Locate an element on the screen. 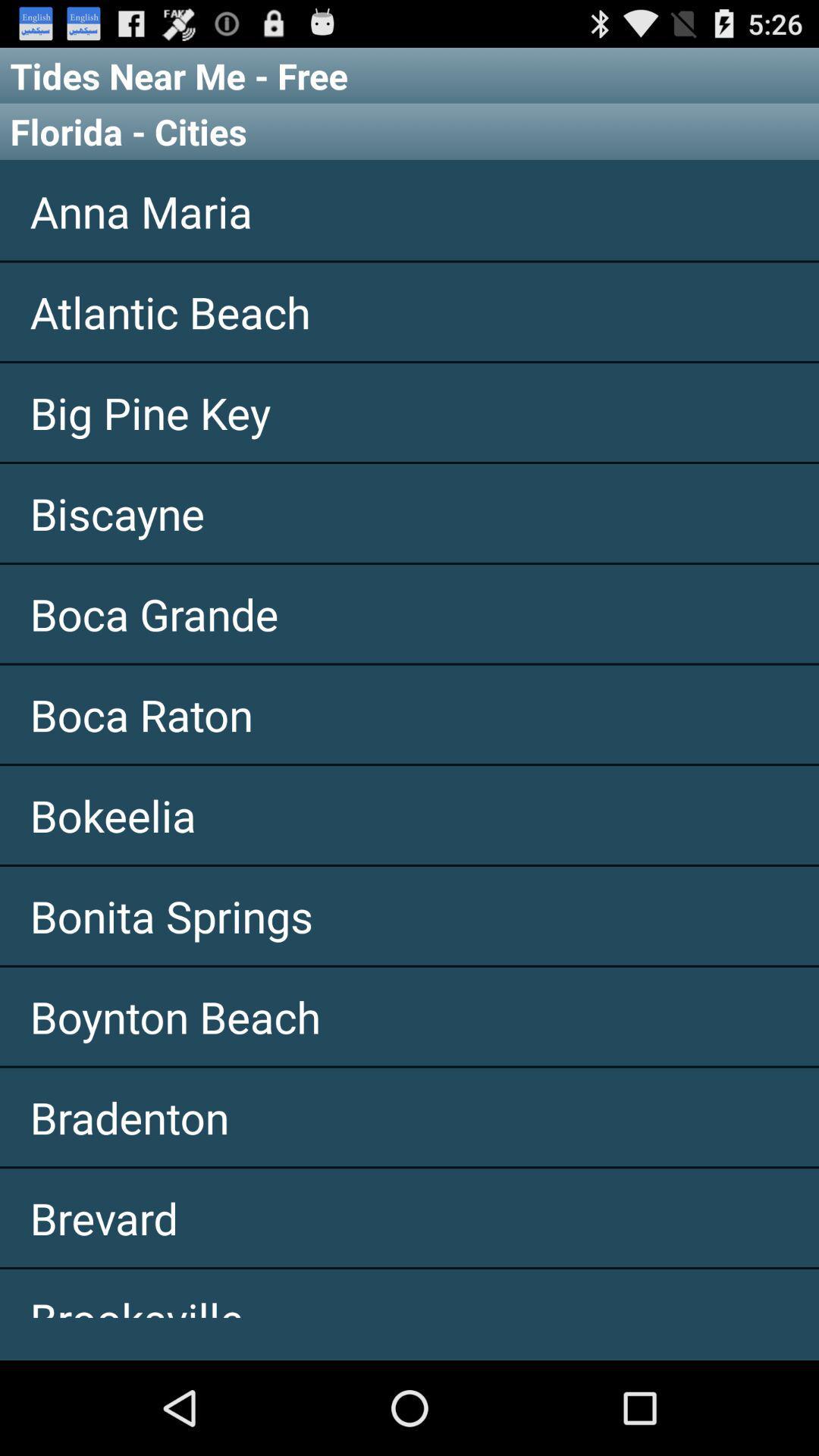 The height and width of the screenshot is (1456, 819). the atlantic beach is located at coordinates (409, 311).